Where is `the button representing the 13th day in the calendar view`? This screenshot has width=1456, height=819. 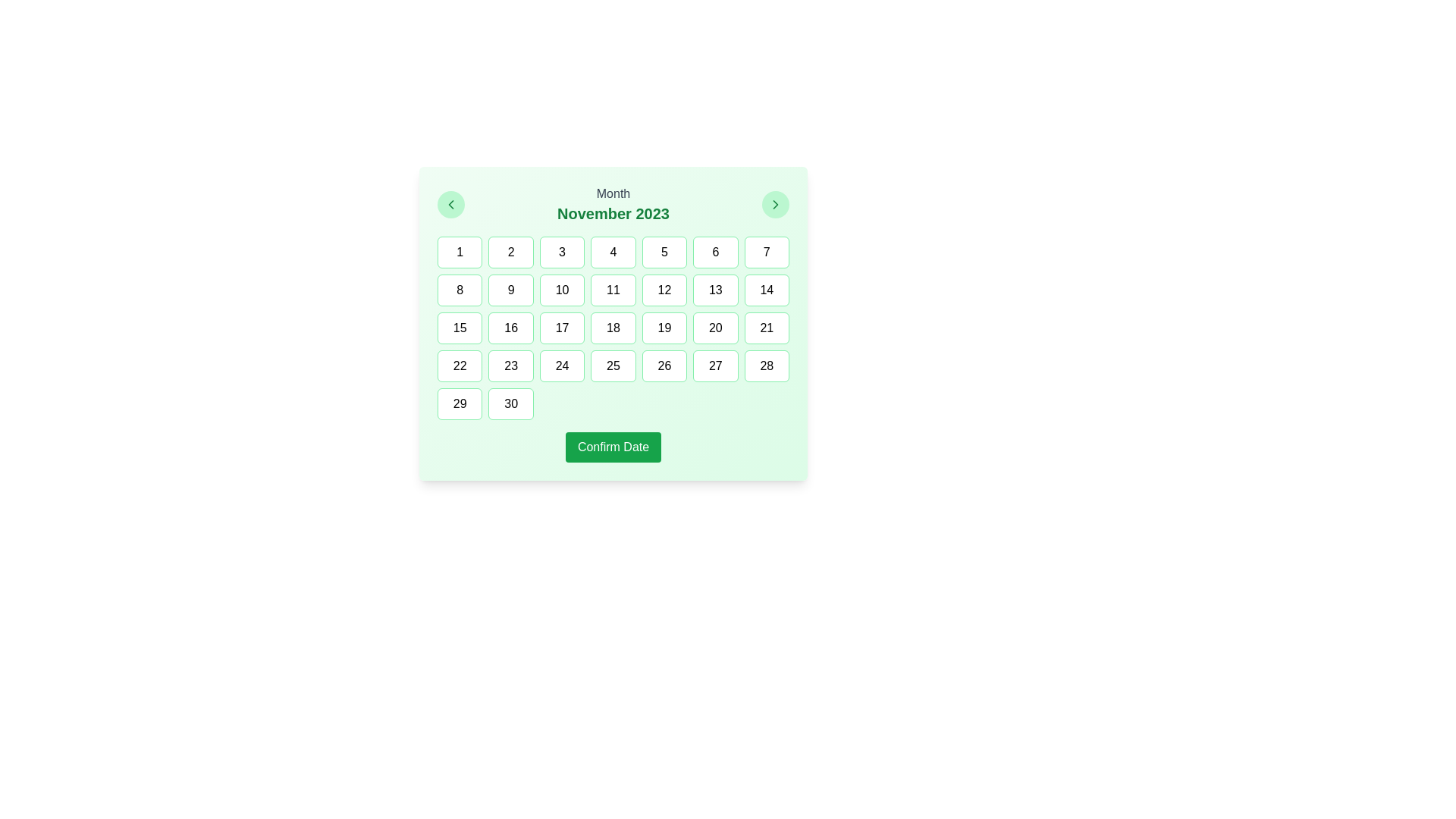 the button representing the 13th day in the calendar view is located at coordinates (714, 290).